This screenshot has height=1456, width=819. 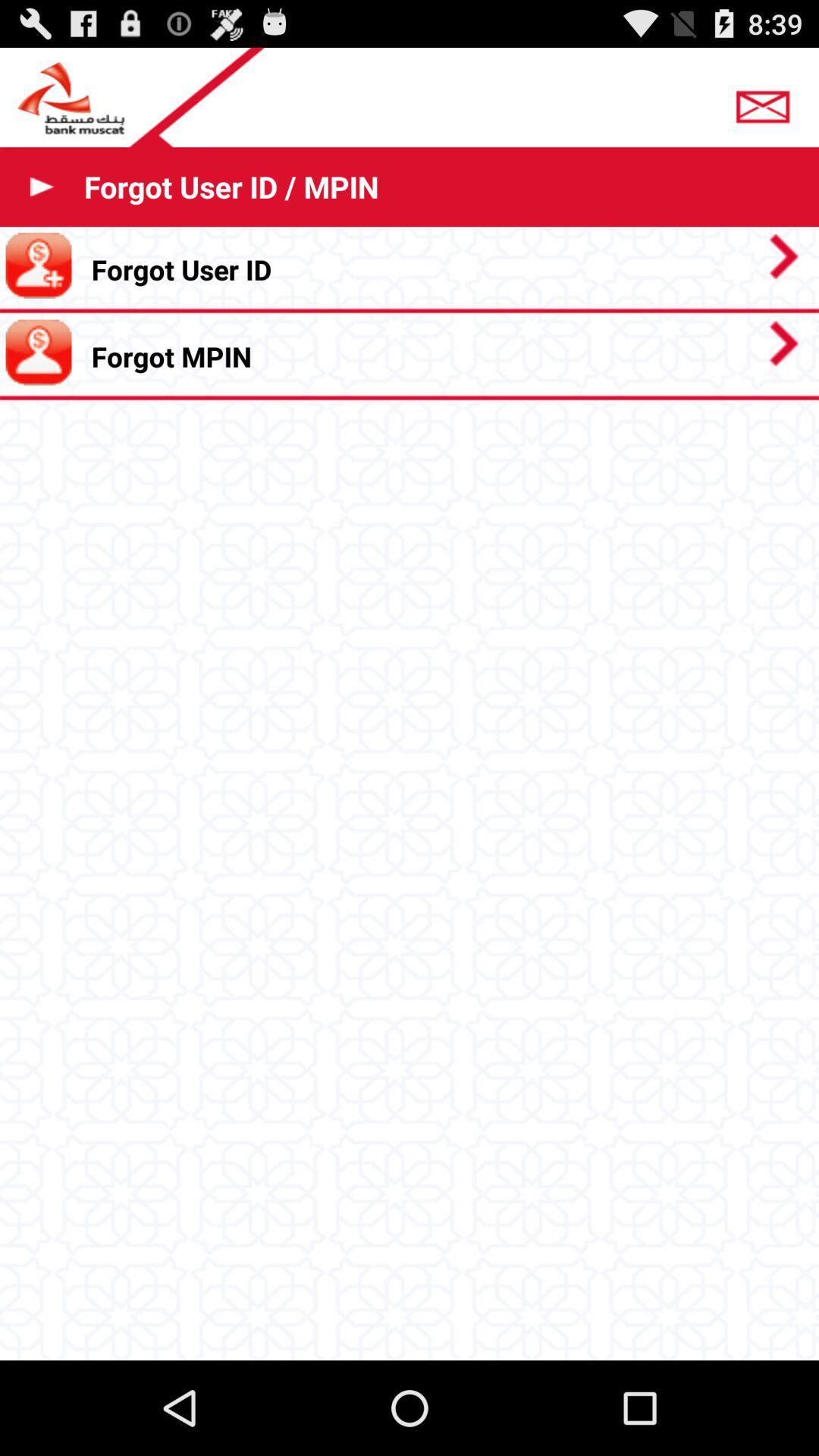 I want to click on inbox, so click(x=767, y=101).